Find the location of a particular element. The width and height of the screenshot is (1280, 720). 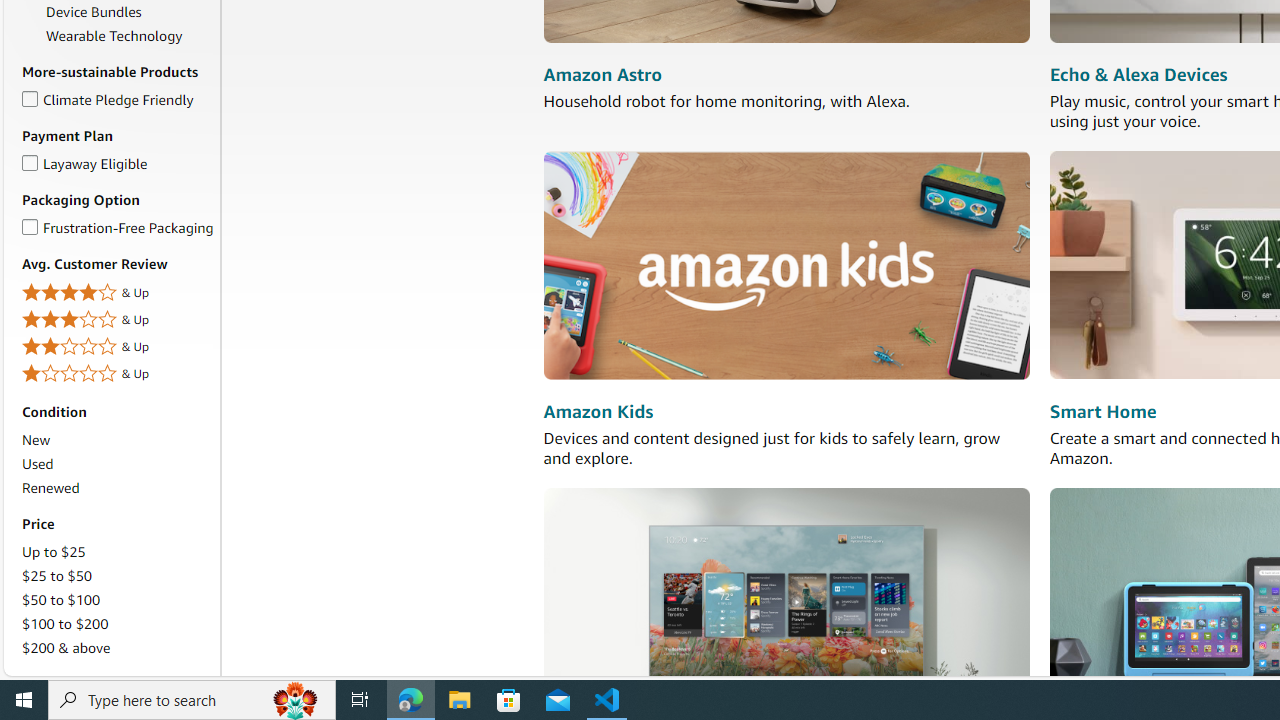

'$50 to $100' is located at coordinates (61, 599).